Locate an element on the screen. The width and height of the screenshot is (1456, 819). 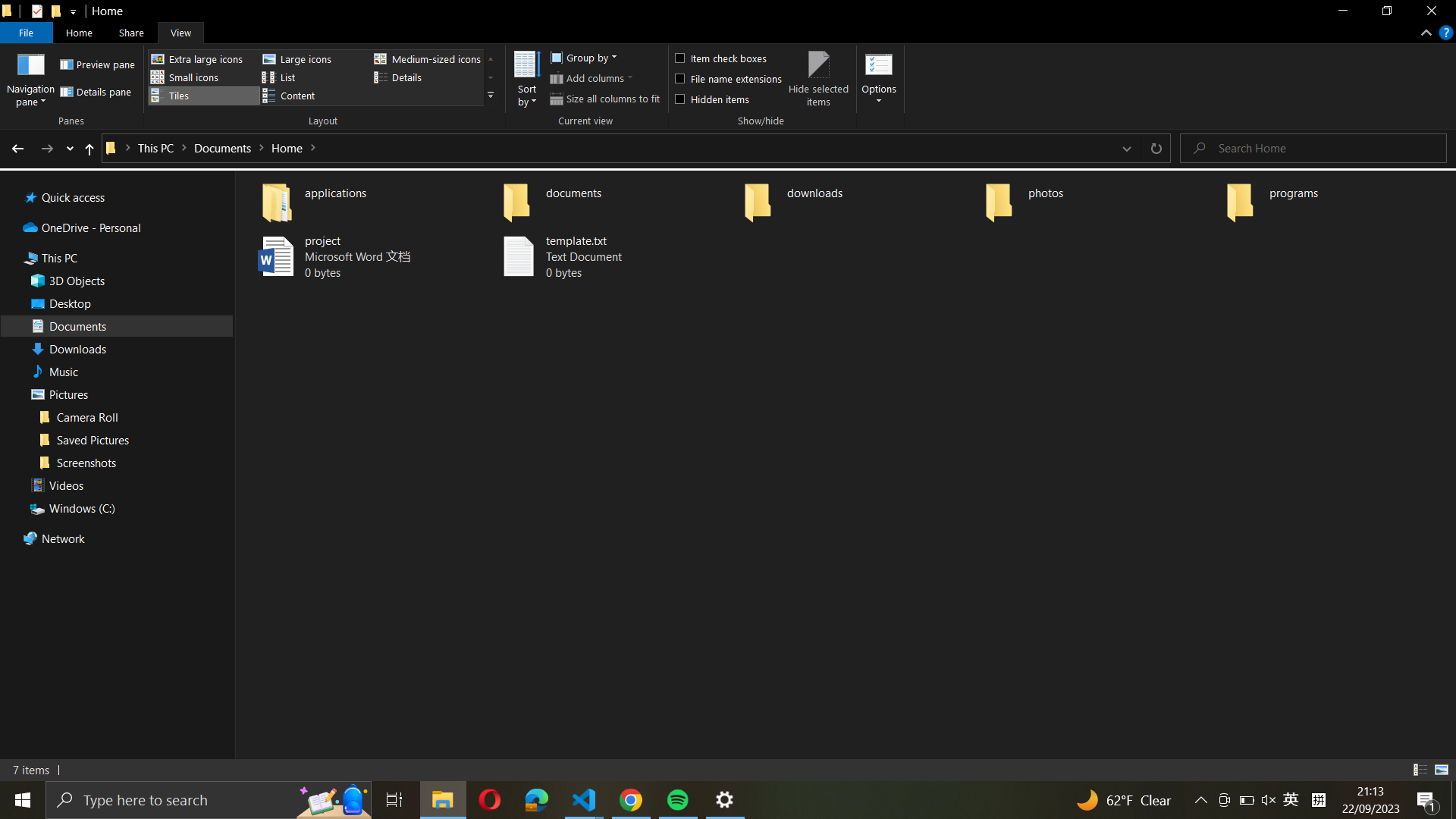
Switch folder display mode to list view is located at coordinates (312, 77).